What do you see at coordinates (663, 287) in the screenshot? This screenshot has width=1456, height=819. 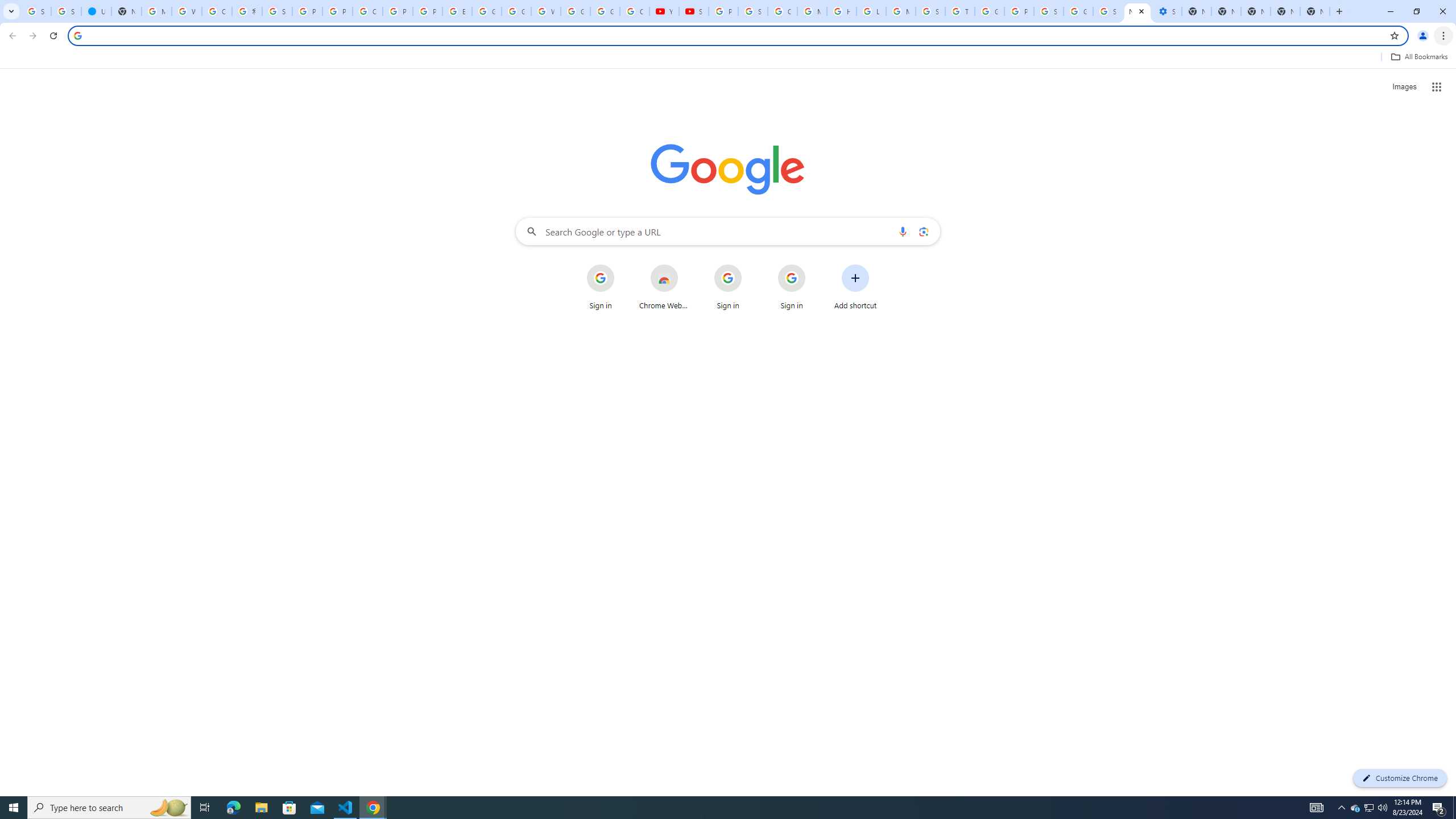 I see `'Chrome Web Store'` at bounding box center [663, 287].